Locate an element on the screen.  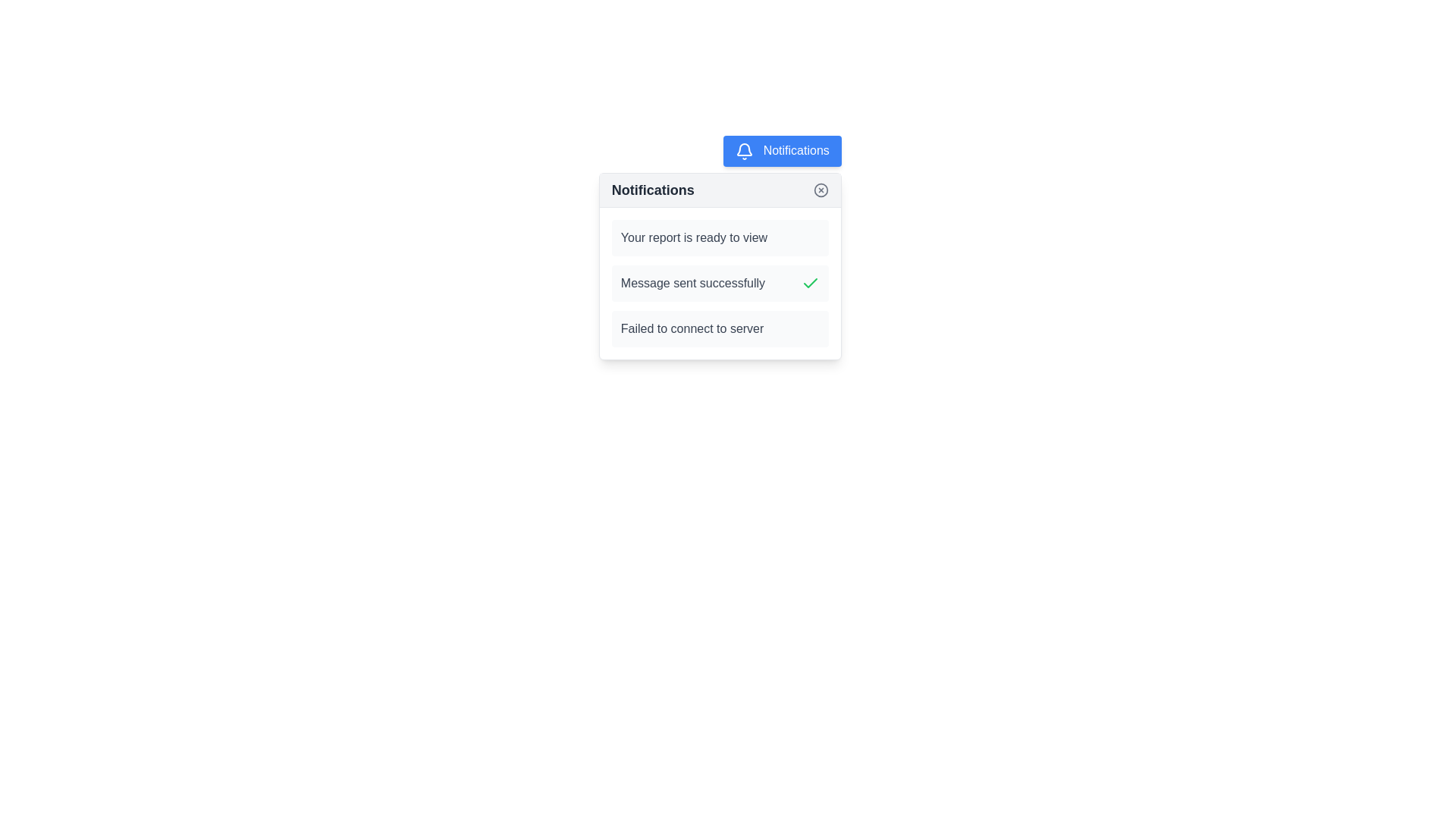
the text label displaying the message 'Your report is ready is located at coordinates (693, 237).